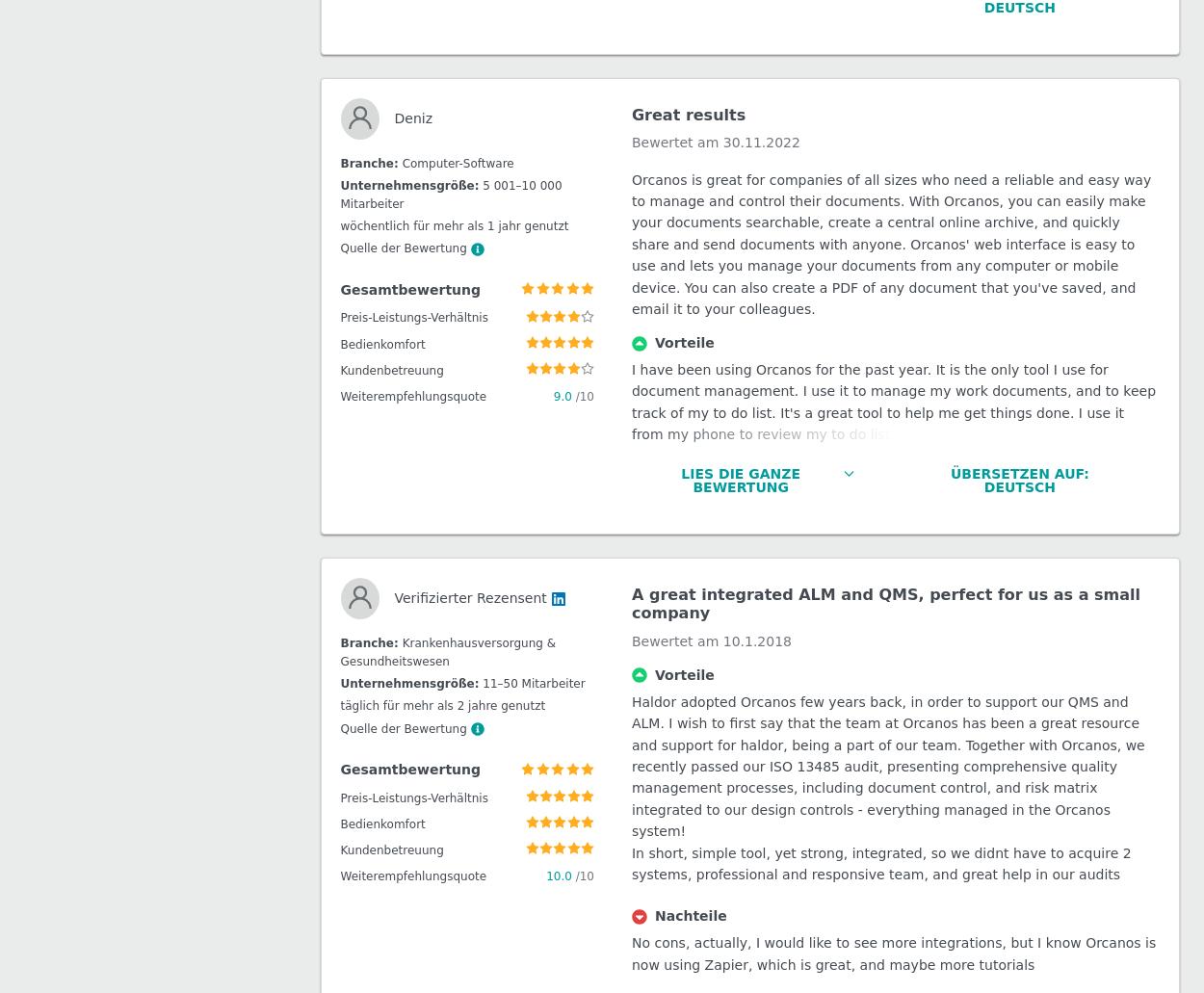 This screenshot has height=993, width=1204. I want to click on 'SaaS-Anbieter', so click(398, 308).